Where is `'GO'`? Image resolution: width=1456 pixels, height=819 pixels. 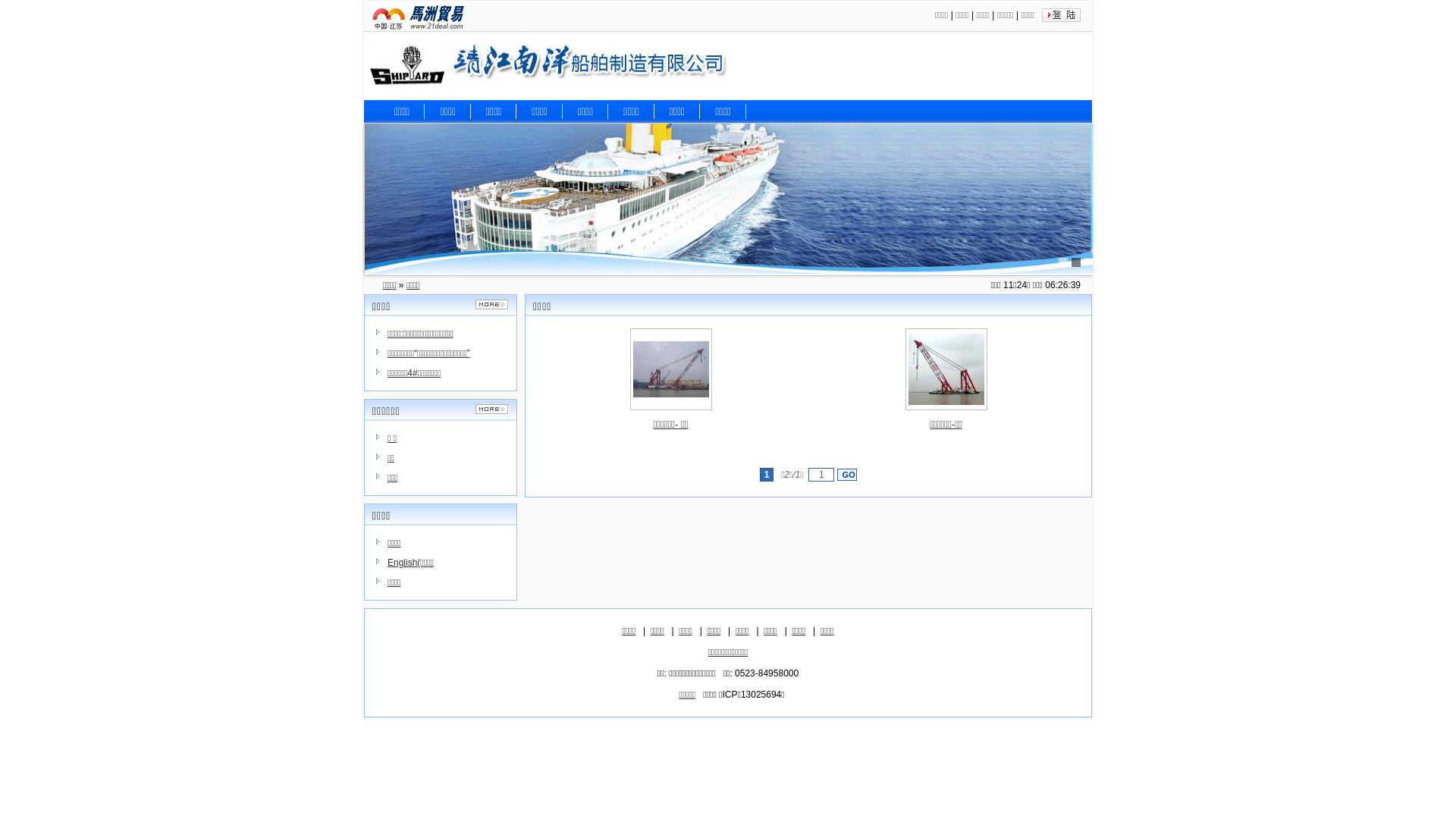
'GO' is located at coordinates (836, 473).